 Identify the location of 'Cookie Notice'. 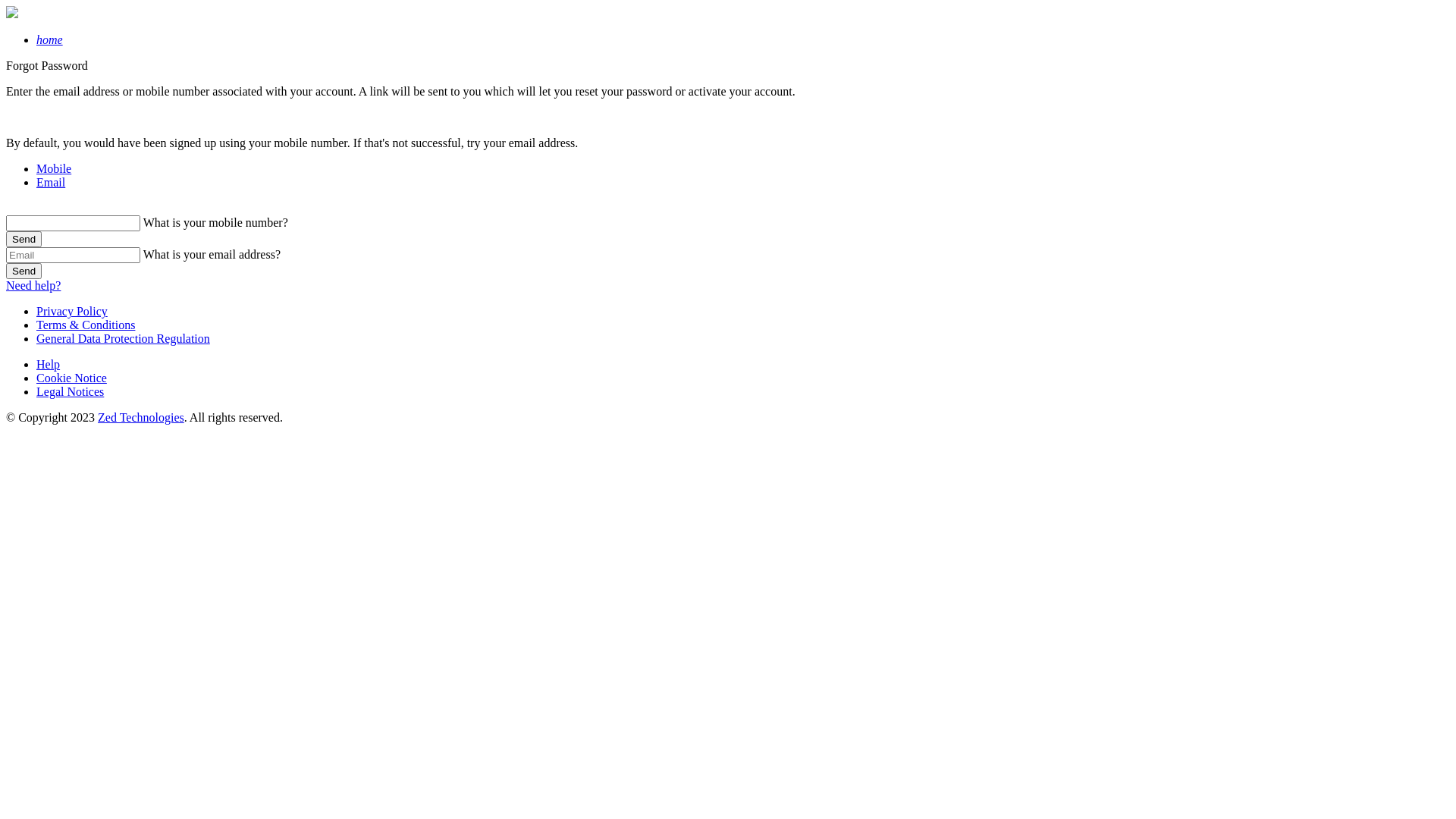
(71, 377).